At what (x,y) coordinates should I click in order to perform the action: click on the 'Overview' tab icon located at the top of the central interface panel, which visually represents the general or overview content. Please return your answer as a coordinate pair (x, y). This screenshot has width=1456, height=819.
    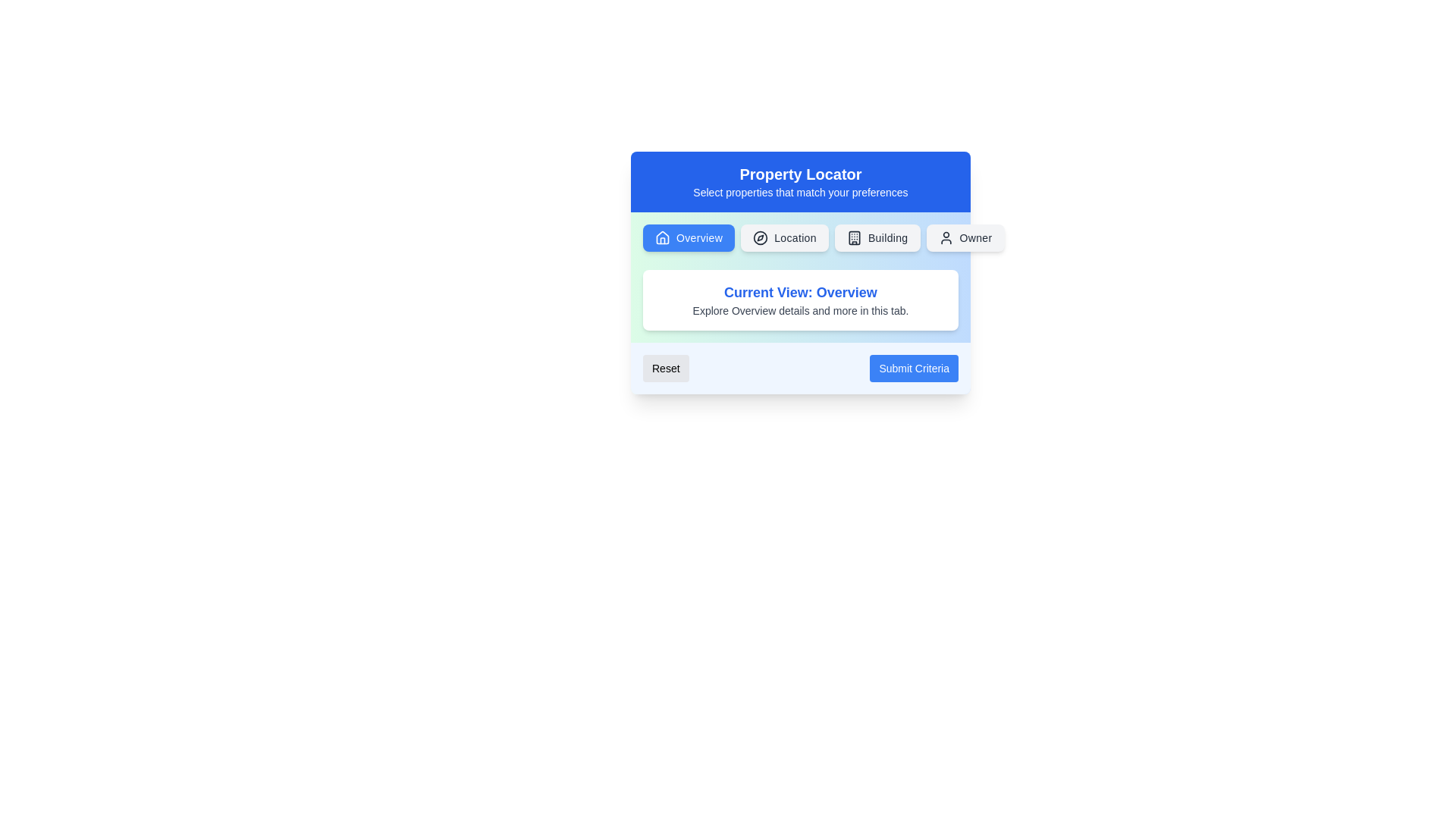
    Looking at the image, I should click on (662, 237).